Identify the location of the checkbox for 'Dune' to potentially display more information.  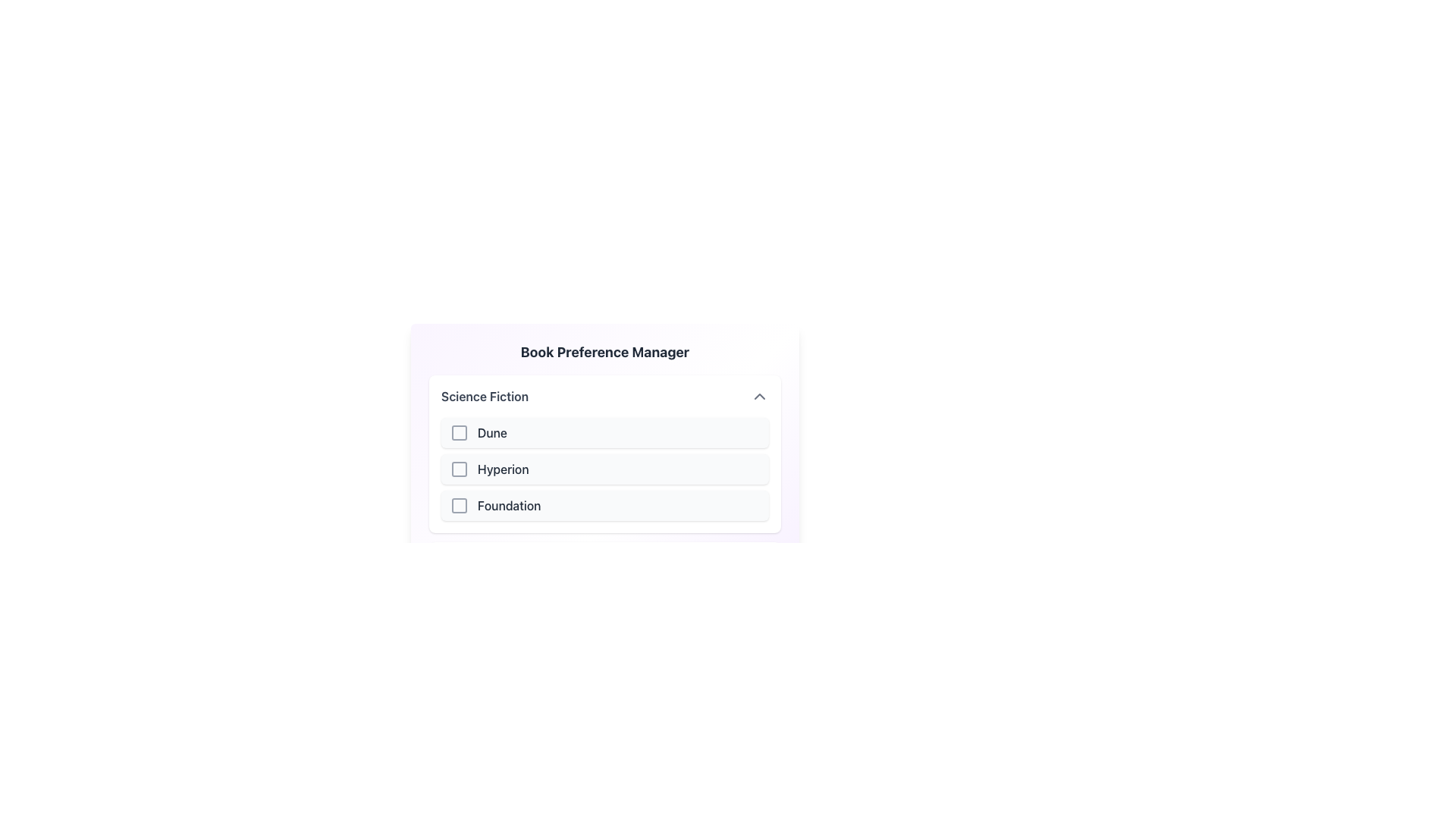
(458, 432).